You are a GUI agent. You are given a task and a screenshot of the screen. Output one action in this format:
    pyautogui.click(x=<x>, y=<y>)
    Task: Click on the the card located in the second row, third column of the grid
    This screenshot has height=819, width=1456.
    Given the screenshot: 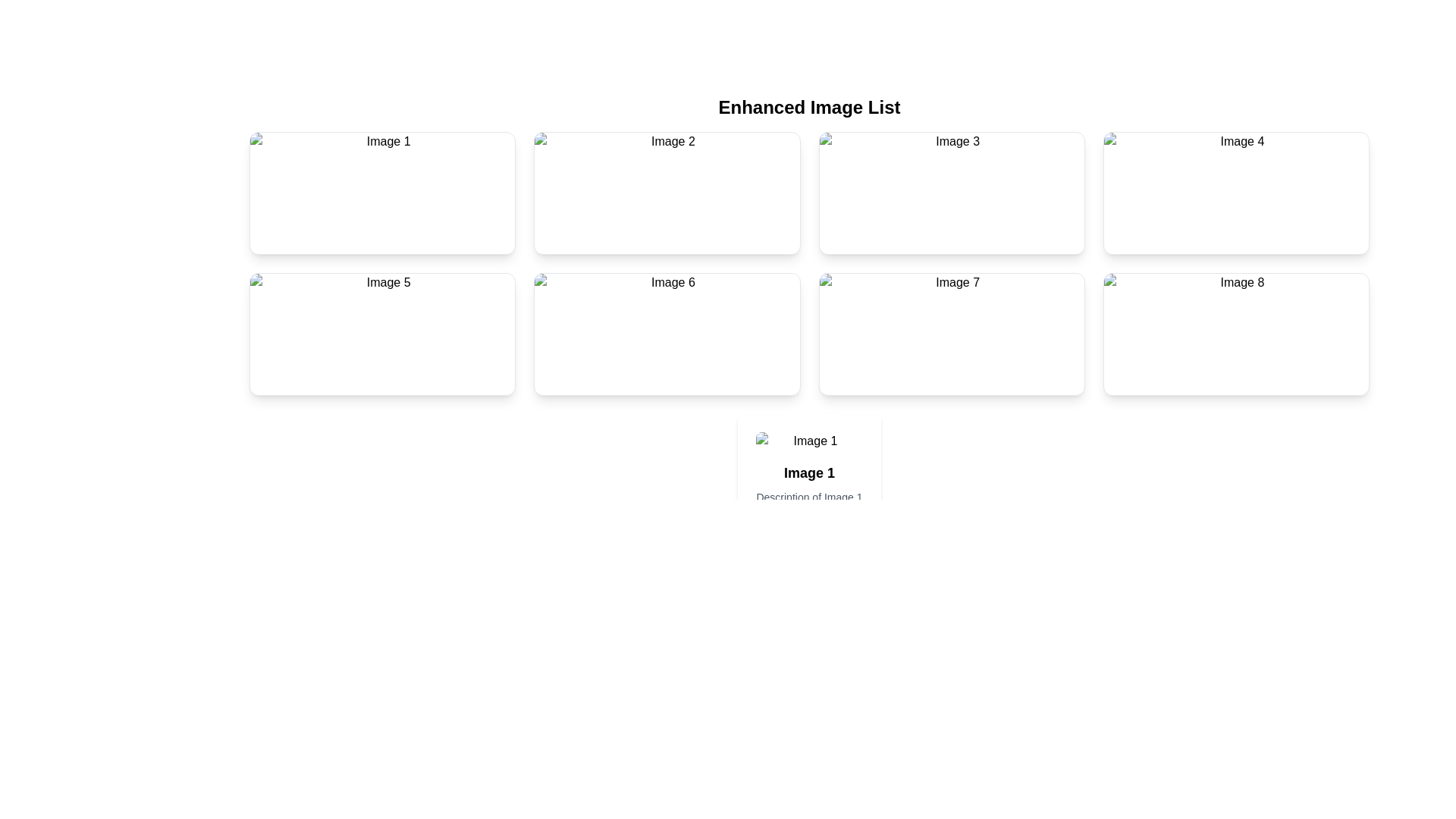 What is the action you would take?
    pyautogui.click(x=950, y=333)
    